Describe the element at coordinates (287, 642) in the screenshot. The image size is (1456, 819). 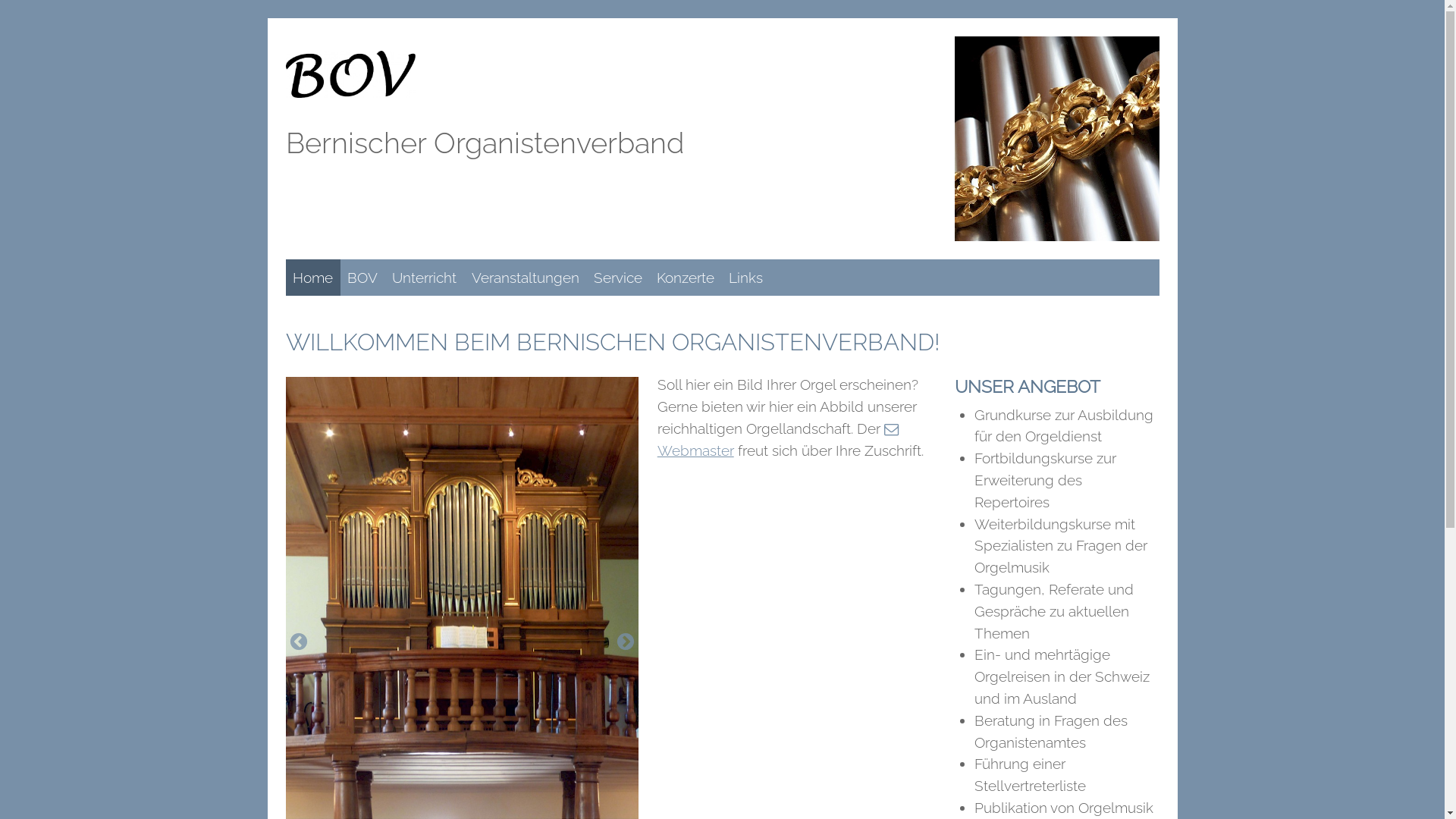
I see `'Previous'` at that location.